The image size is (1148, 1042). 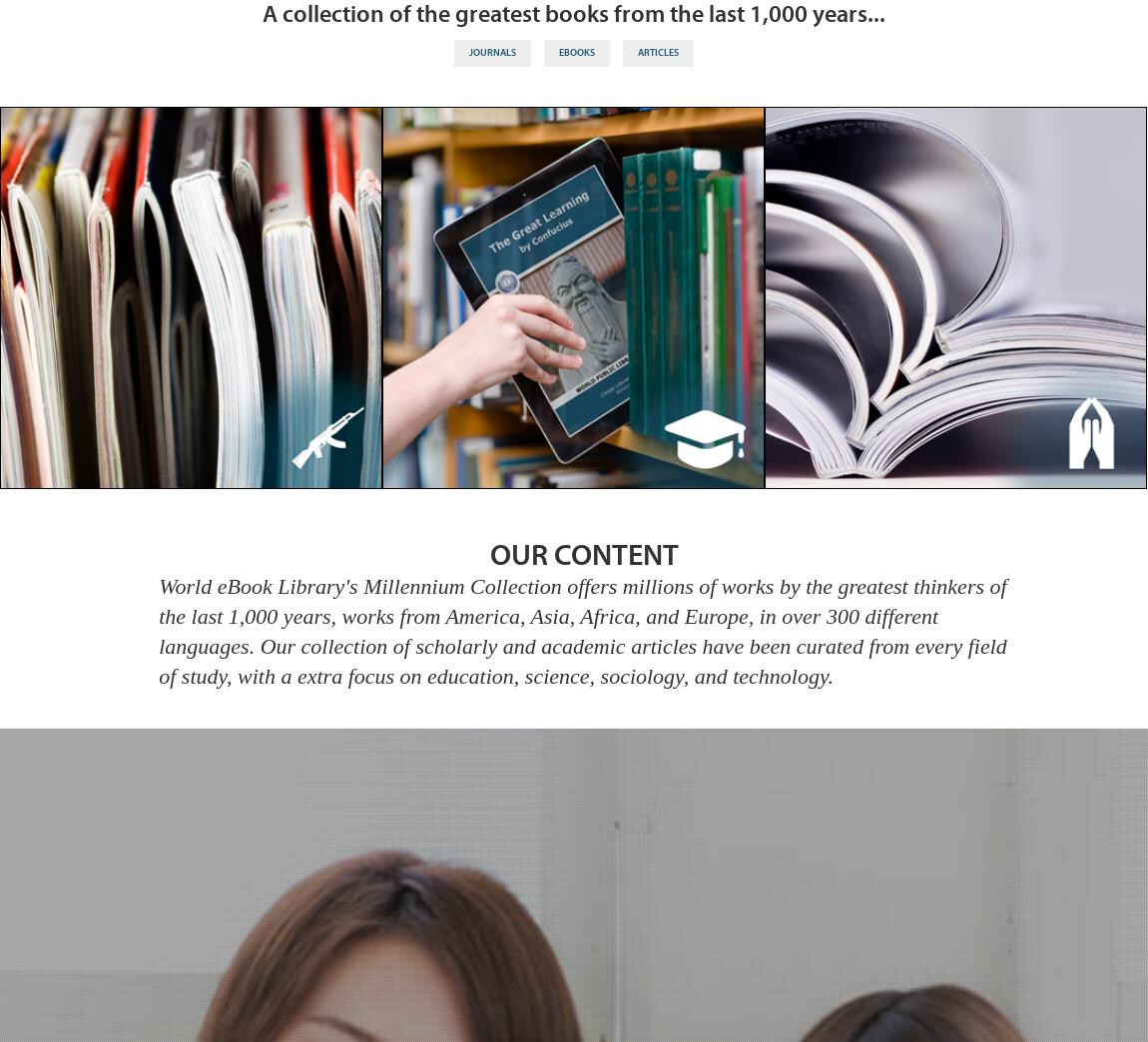 I want to click on 'Millions of Articles', so click(x=955, y=305).